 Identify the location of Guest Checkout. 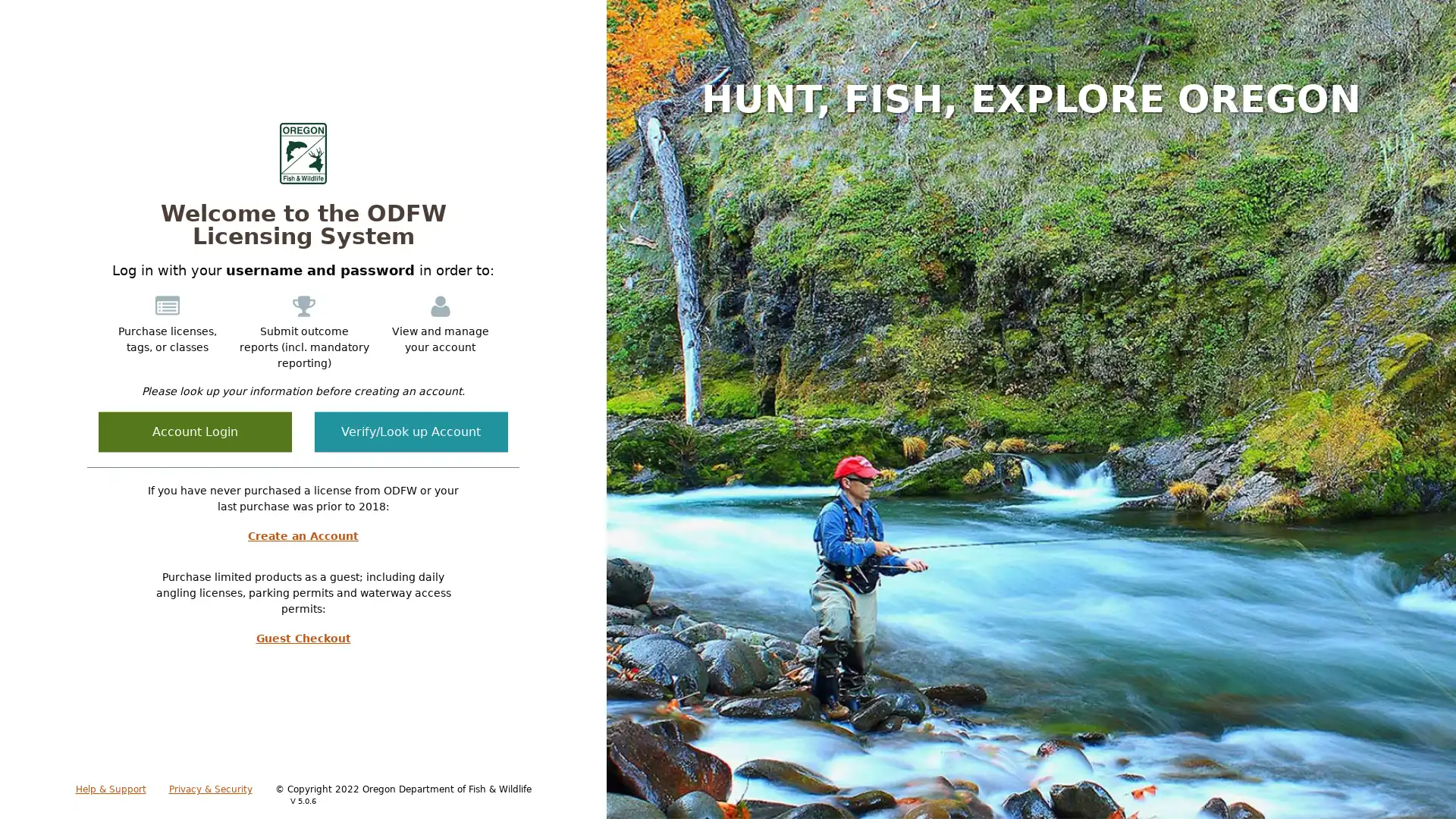
(303, 638).